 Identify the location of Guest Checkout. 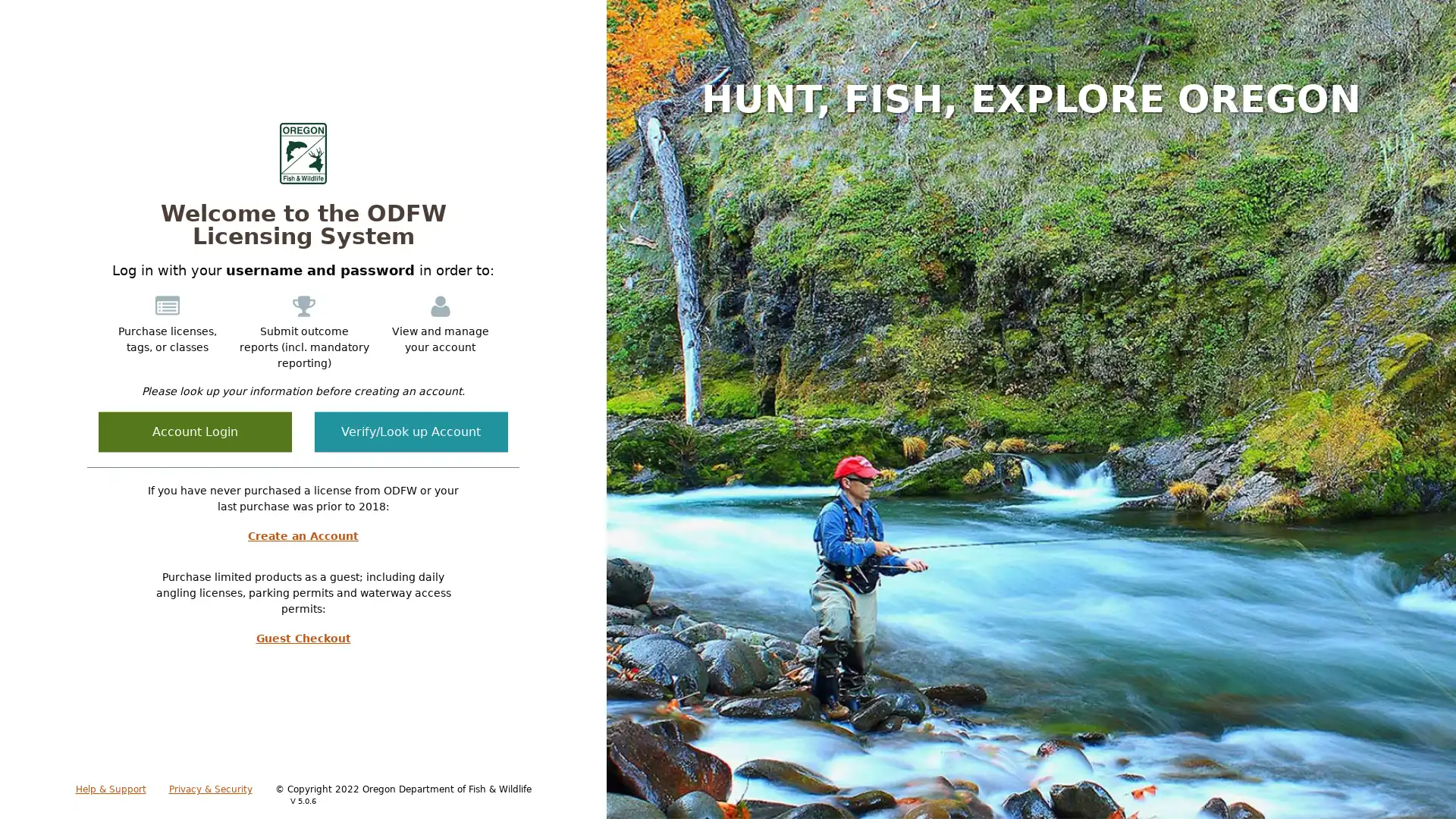
(303, 638).